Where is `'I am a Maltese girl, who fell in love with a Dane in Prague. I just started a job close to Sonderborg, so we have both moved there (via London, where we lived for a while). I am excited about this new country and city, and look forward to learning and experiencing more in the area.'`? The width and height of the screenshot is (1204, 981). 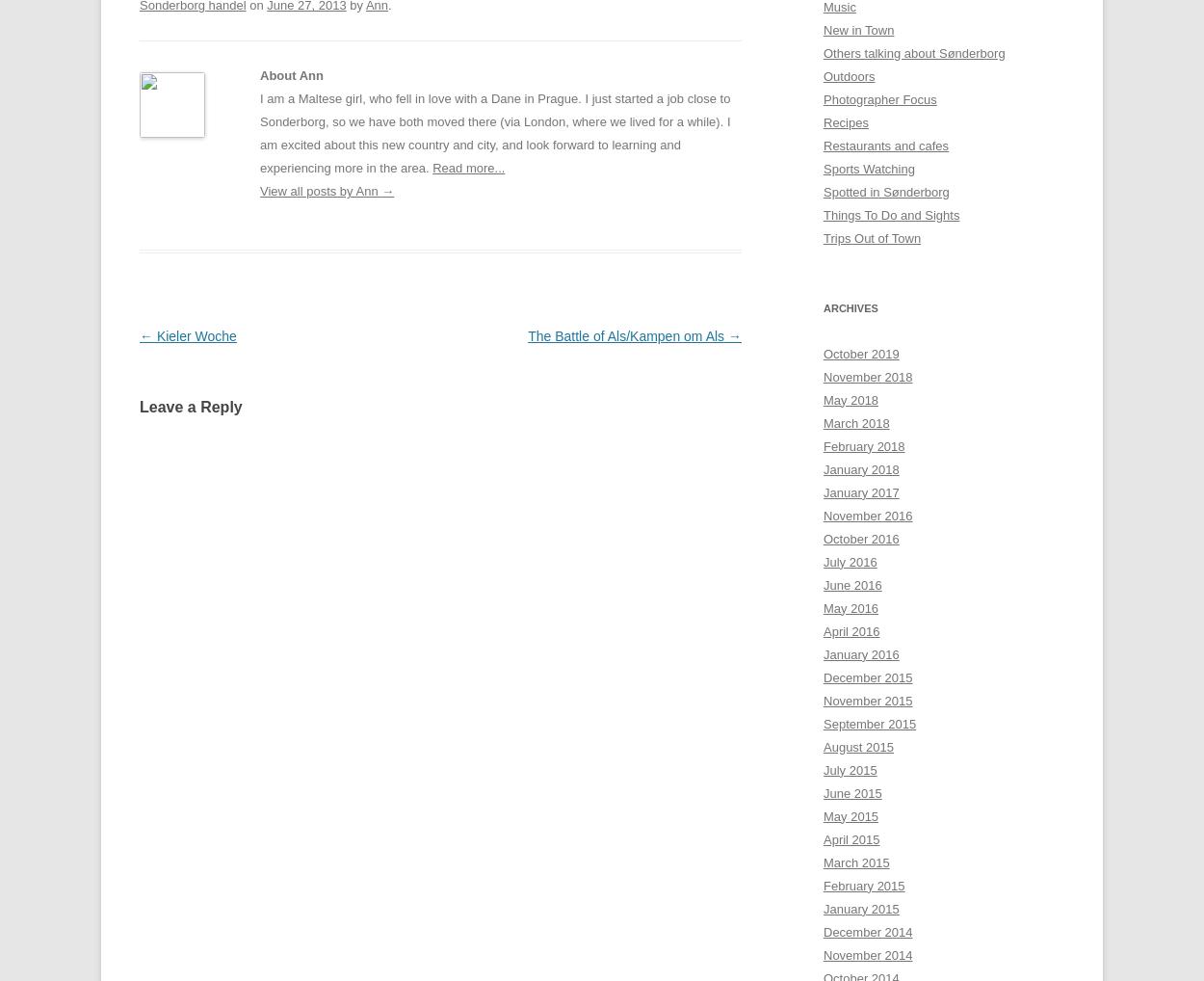
'I am a Maltese girl, who fell in love with a Dane in Prague. I just started a job close to Sonderborg, so we have both moved there (via London, where we lived for a while). I am excited about this new country and city, and look forward to learning and experiencing more in the area.' is located at coordinates (495, 132).